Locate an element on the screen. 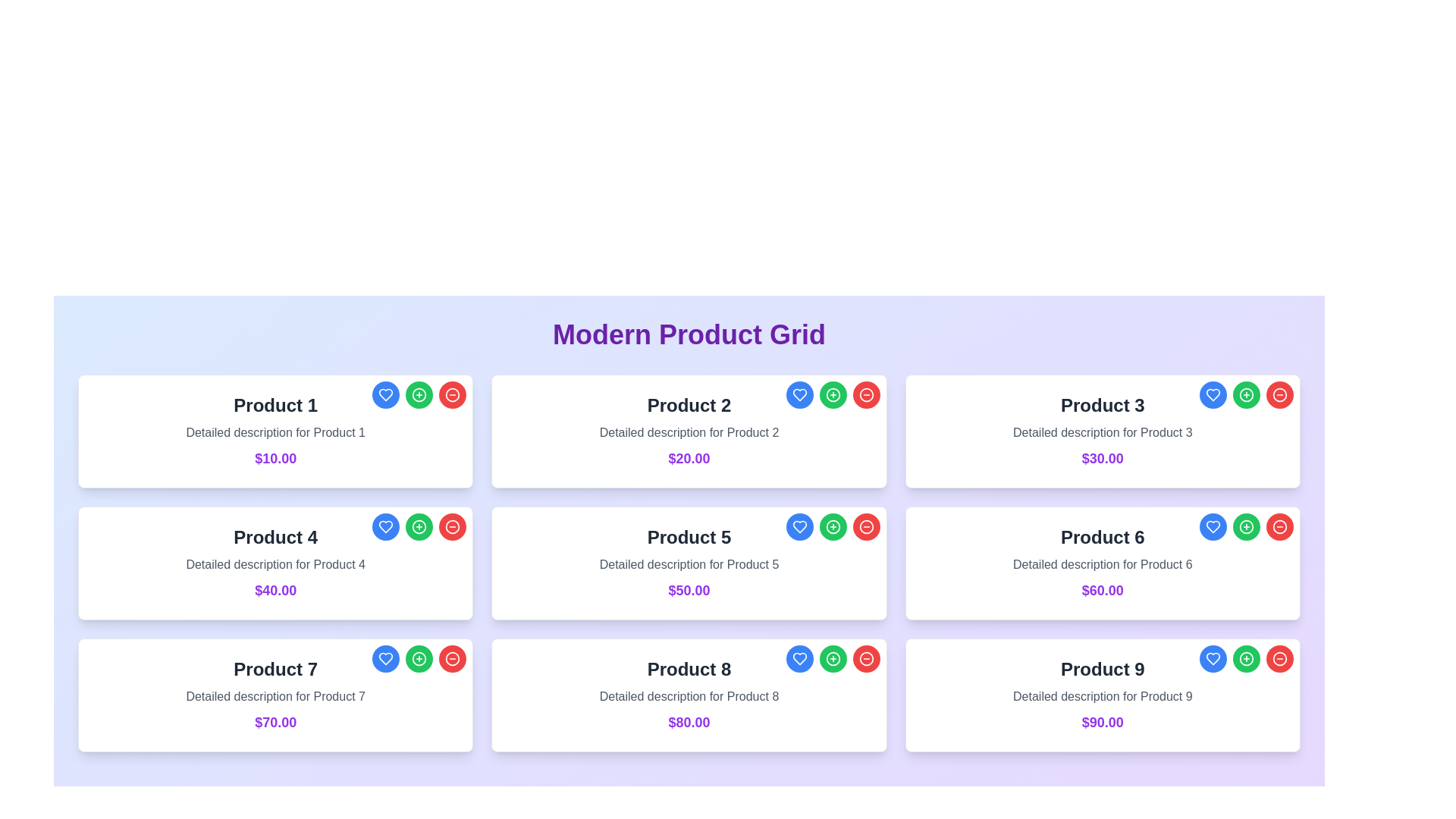 Image resolution: width=1456 pixels, height=819 pixels. the Text label providing additional descriptive information about 'Product 2' located in the second card of the first row in the grid layout is located at coordinates (688, 432).